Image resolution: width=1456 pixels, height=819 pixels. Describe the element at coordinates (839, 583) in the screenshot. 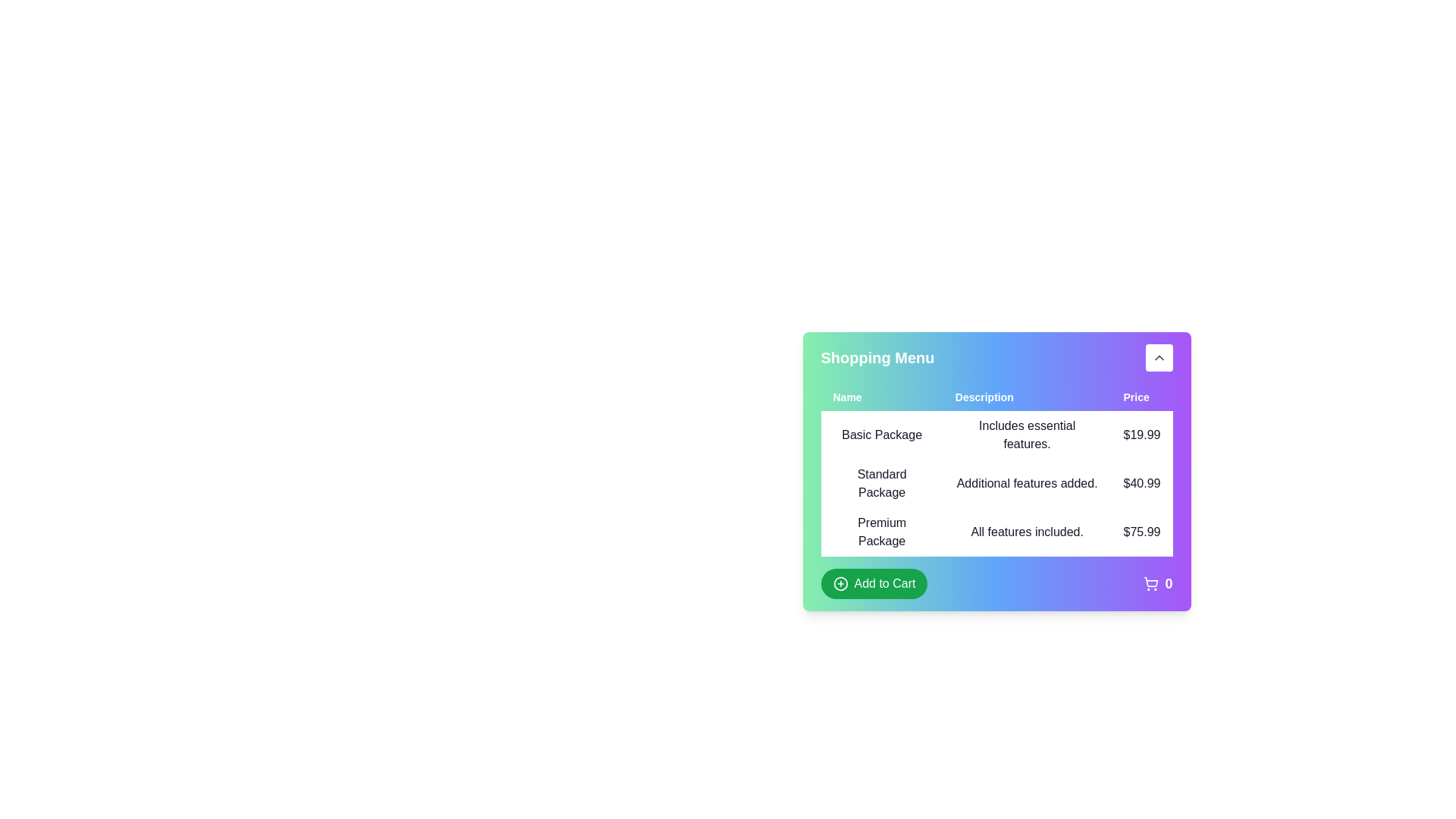

I see `the circular green-bordered icon with a plus sign, which is located within the 'Add to Cart' button at the bottom-left corner of the shopping menu interface` at that location.